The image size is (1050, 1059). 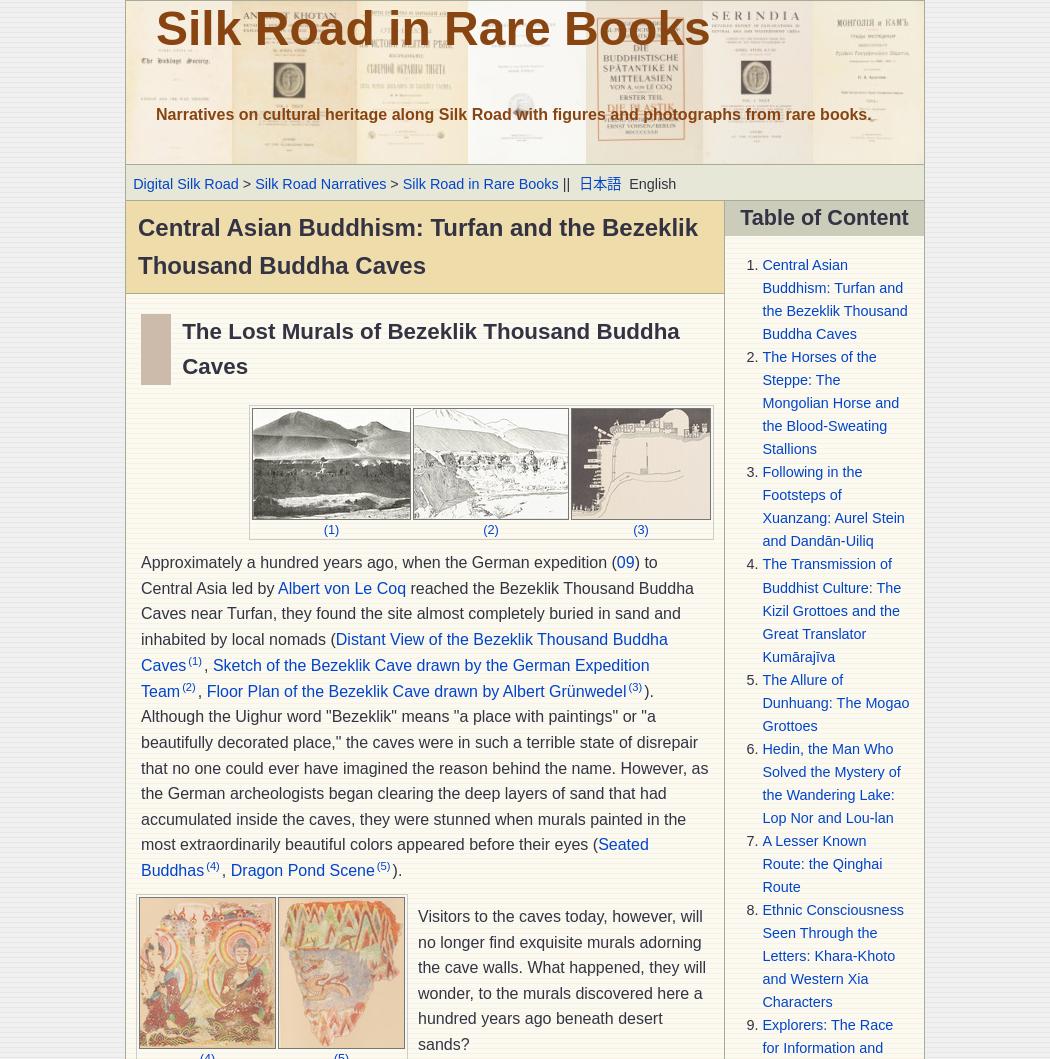 I want to click on 'Dragon Pond Scene', so click(x=229, y=870).